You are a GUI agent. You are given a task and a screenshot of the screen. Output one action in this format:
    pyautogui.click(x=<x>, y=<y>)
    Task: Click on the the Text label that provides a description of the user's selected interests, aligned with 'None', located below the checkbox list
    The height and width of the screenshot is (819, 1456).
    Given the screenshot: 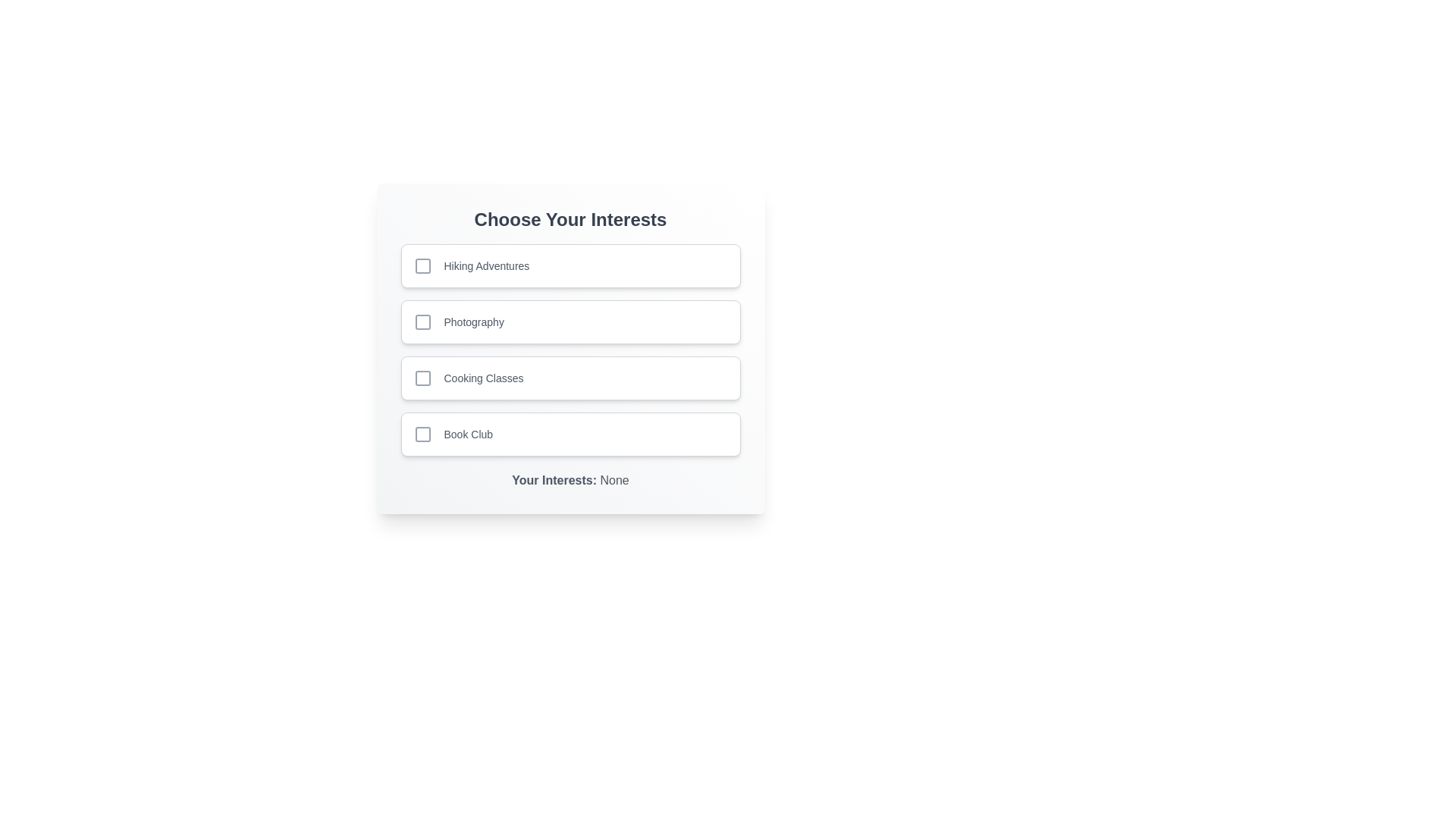 What is the action you would take?
    pyautogui.click(x=555, y=480)
    